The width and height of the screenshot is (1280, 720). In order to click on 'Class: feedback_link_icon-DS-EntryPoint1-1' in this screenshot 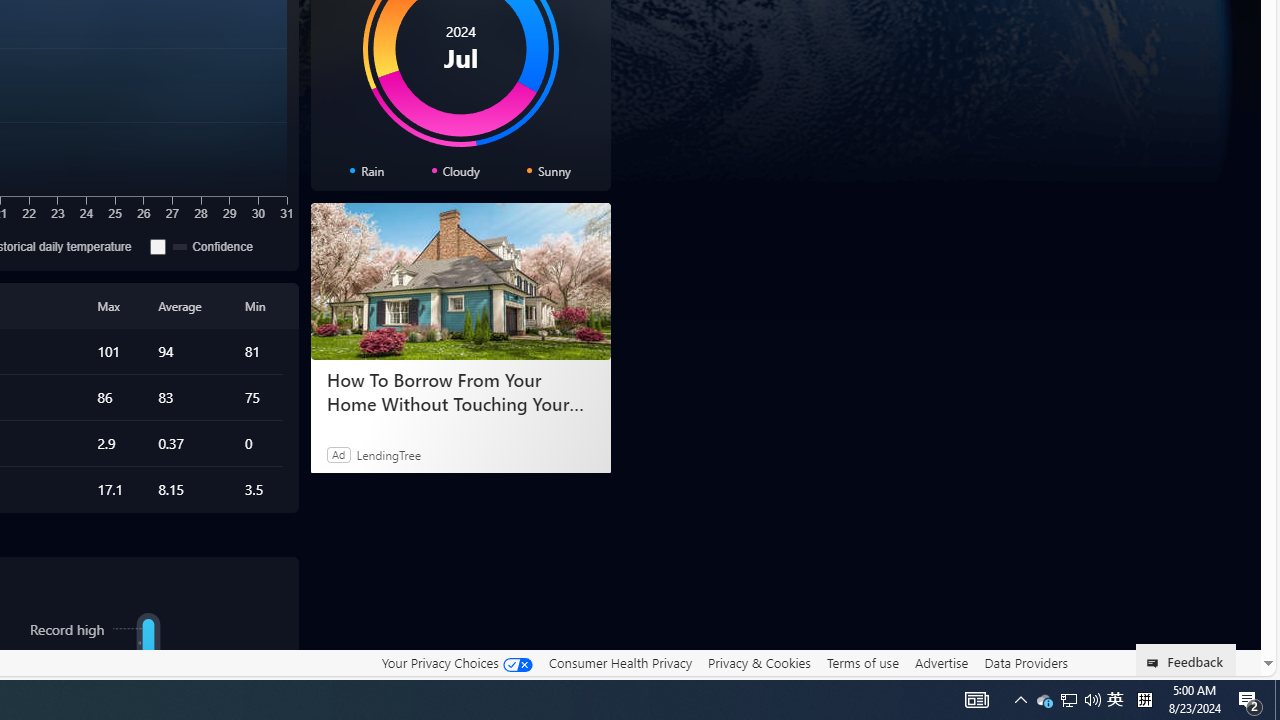, I will do `click(1156, 663)`.